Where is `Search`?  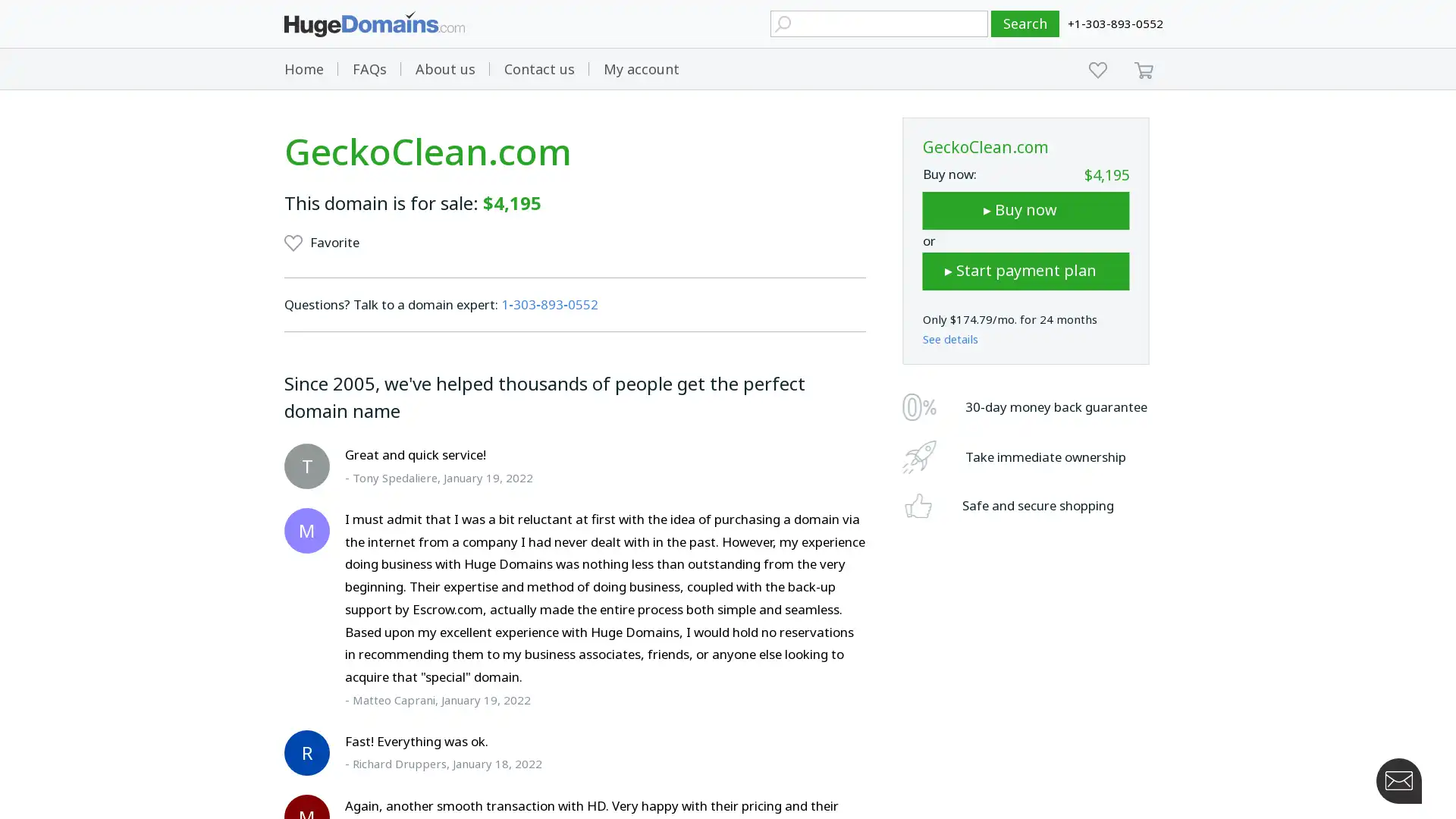 Search is located at coordinates (1025, 24).